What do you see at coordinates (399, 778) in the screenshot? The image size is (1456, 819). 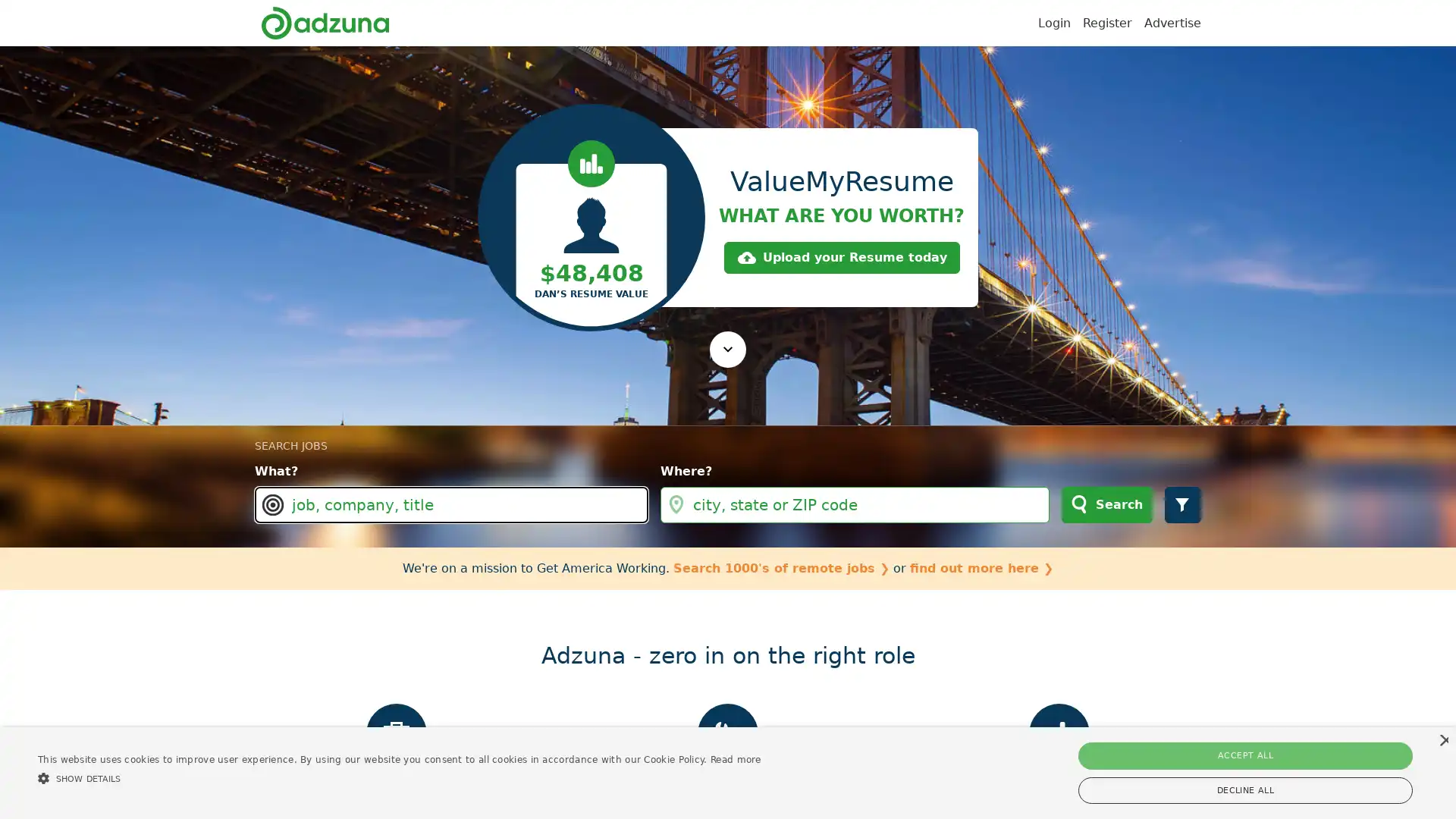 I see `SHOW DETAILS` at bounding box center [399, 778].